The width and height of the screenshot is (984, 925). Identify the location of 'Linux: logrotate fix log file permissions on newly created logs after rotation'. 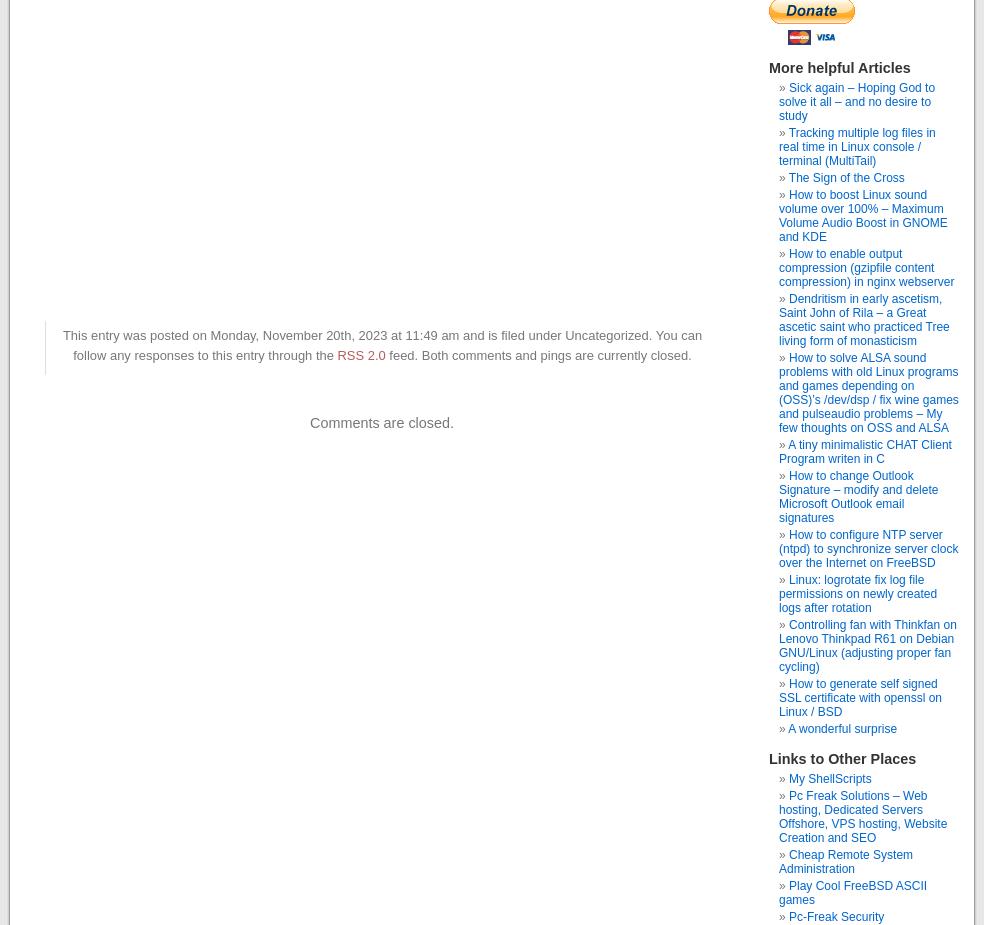
(857, 594).